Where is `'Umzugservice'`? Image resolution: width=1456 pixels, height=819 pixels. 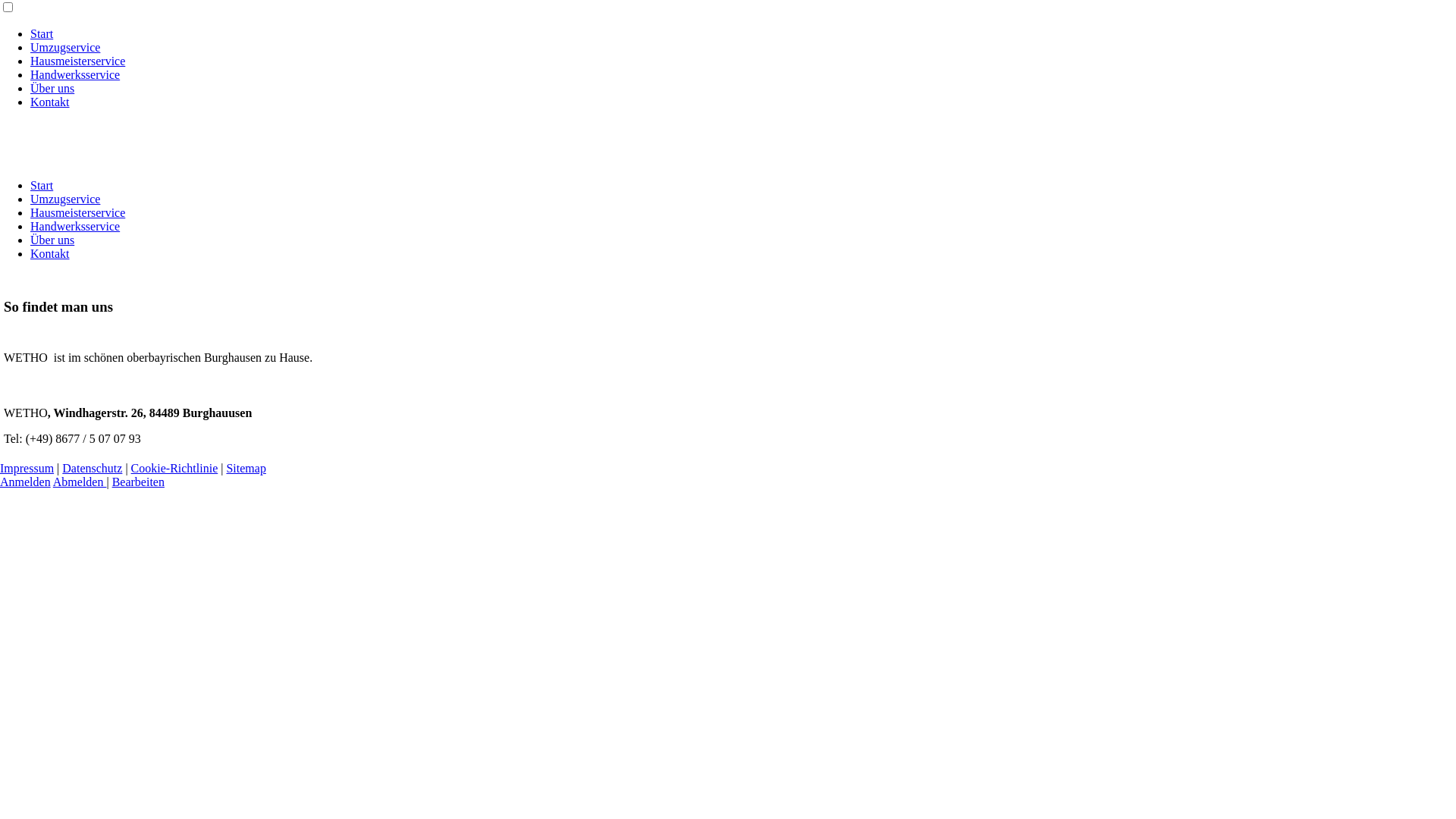
'Umzugservice' is located at coordinates (64, 46).